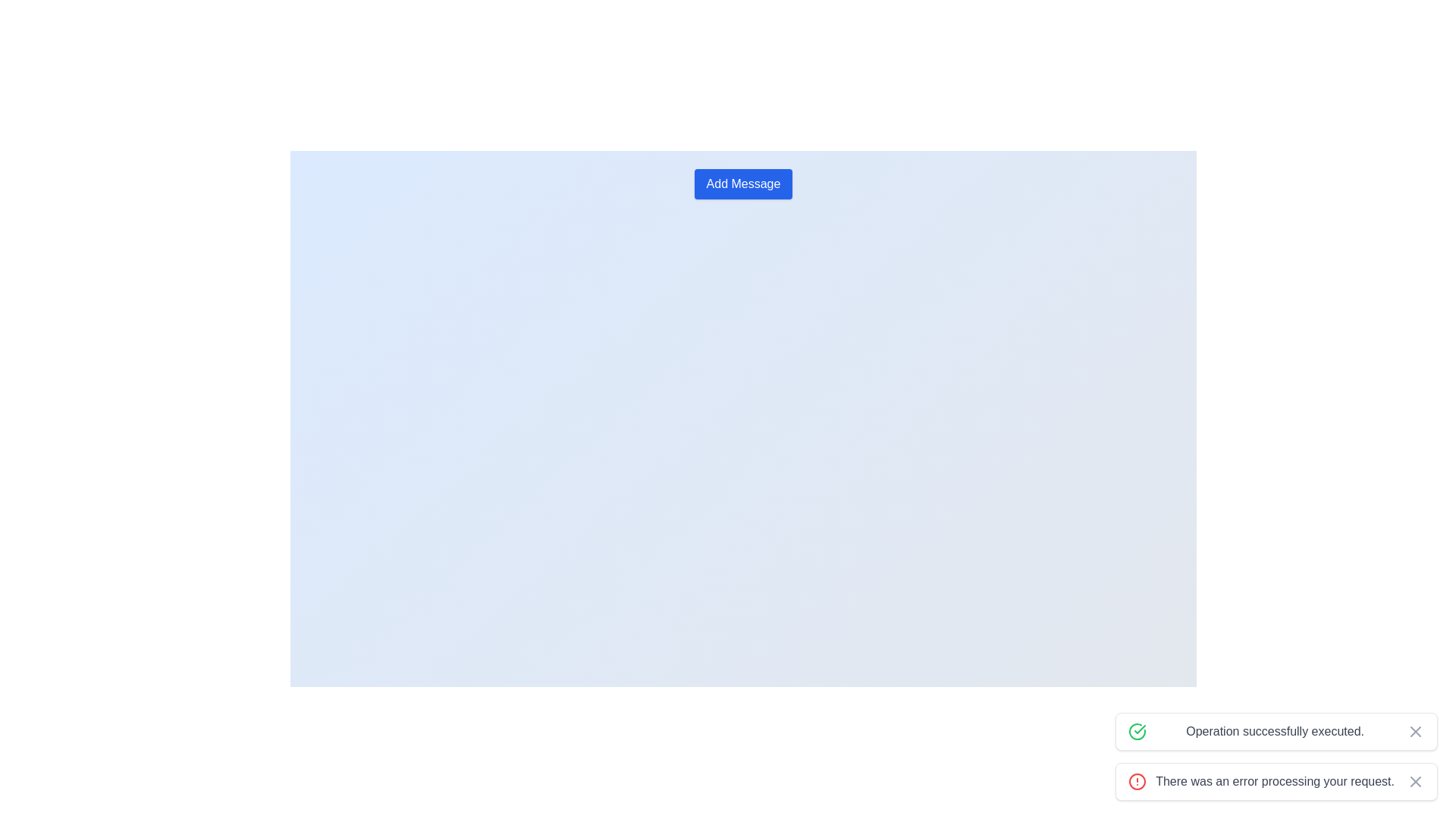  I want to click on the small button with a gray stroked 'x' icon located on the far right side of the notification bar, so click(1415, 730).